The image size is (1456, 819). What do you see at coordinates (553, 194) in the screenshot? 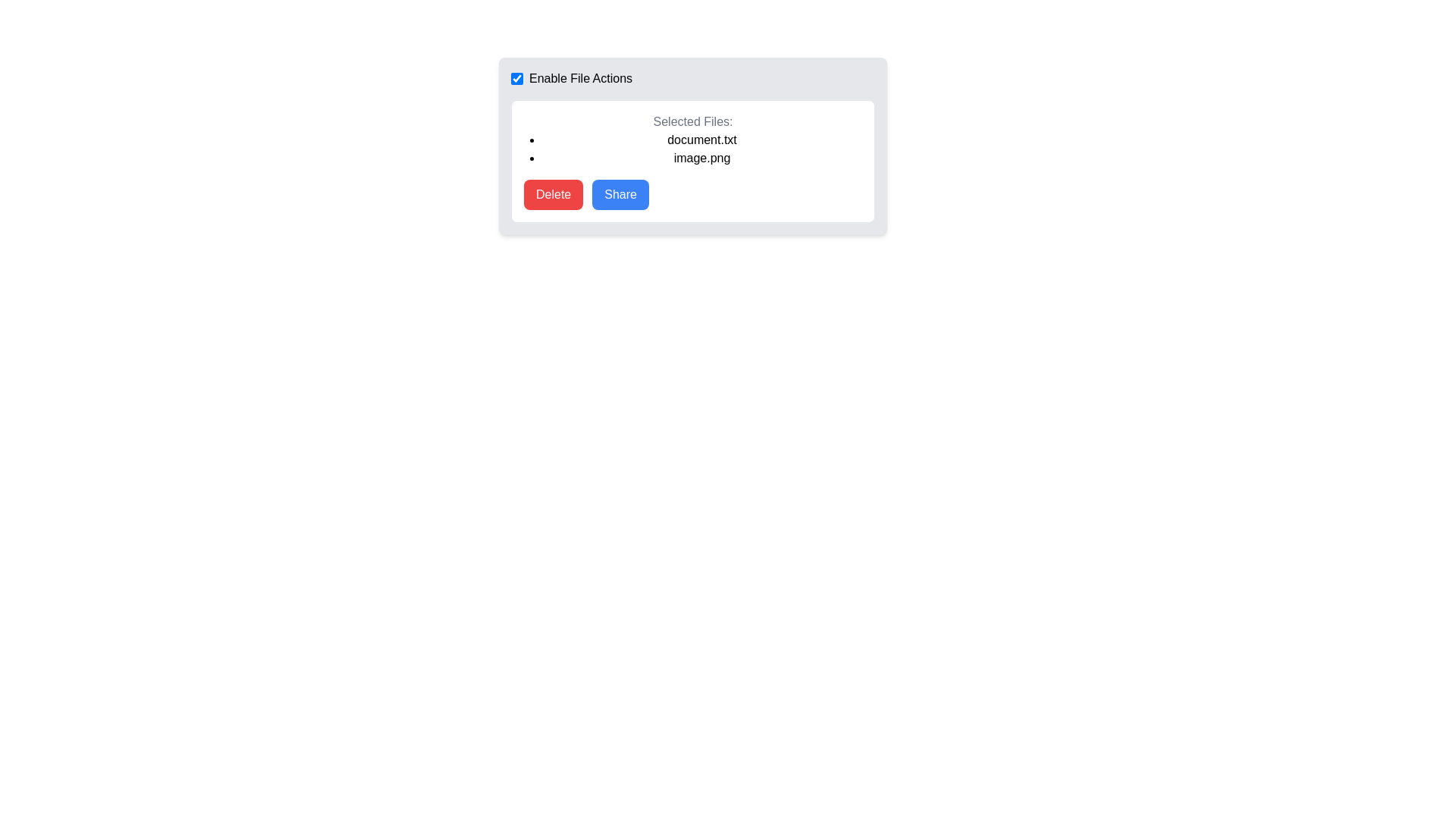
I see `the text label within the red button that deletes selected files, located at the bottom-left area of the panel` at bounding box center [553, 194].